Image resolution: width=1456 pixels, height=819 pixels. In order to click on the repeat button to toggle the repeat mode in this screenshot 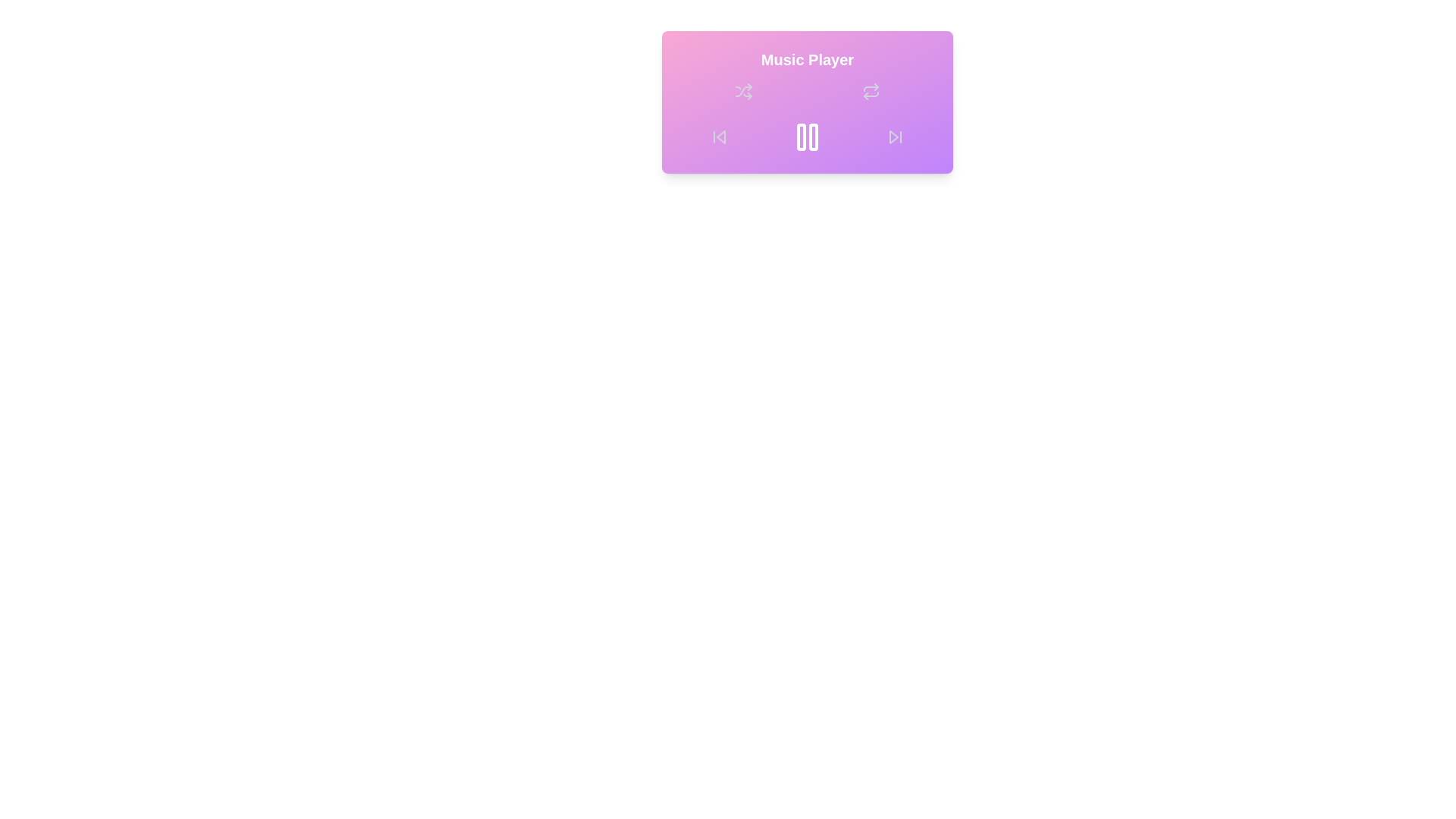, I will do `click(871, 91)`.